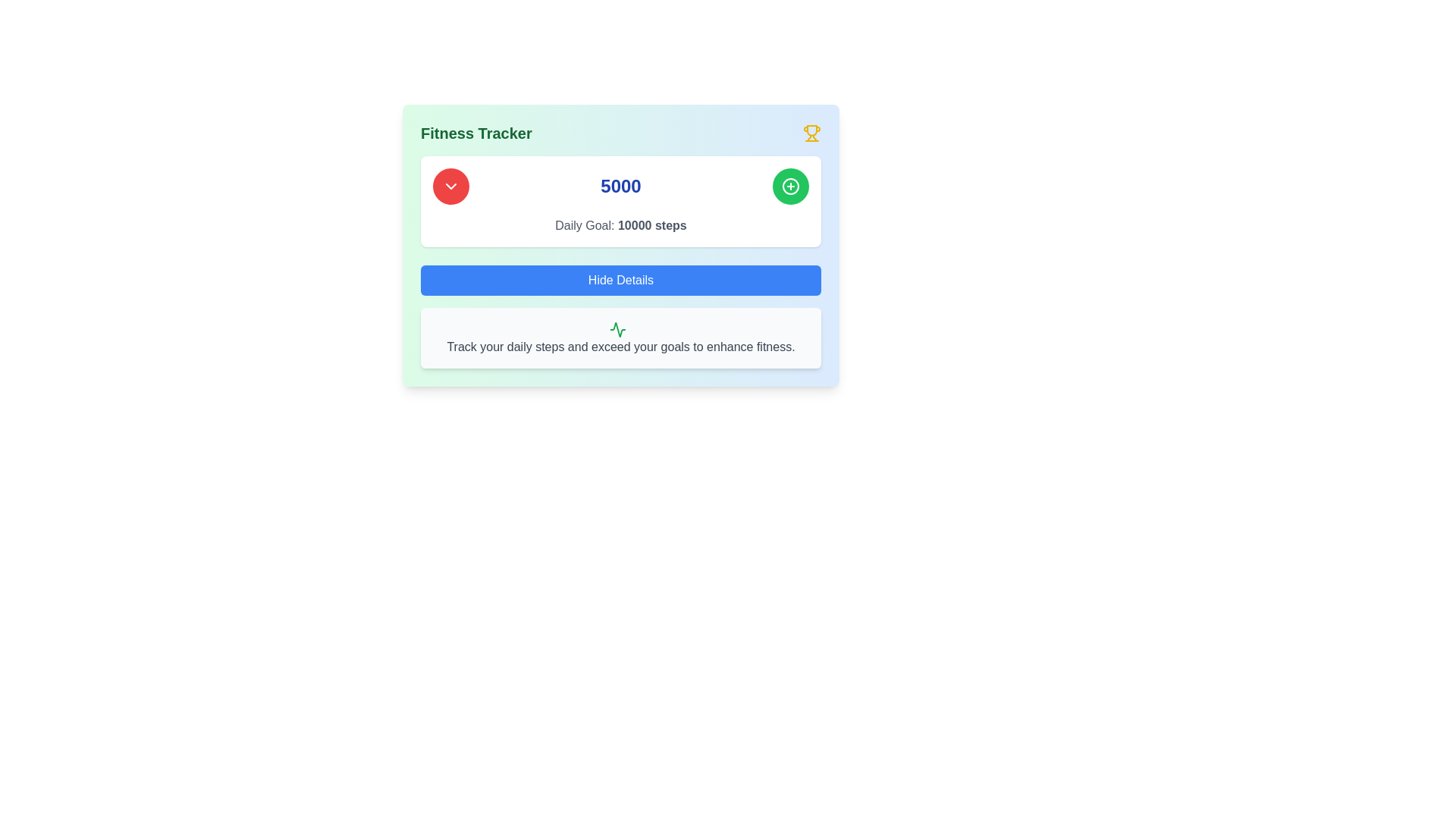 The height and width of the screenshot is (819, 1456). What do you see at coordinates (621, 225) in the screenshot?
I see `text contents of the informative label showing the user's daily step goal in the fitness tracker interface, which is located directly below the '5000' text and above a blue 'Hide Details' button` at bounding box center [621, 225].